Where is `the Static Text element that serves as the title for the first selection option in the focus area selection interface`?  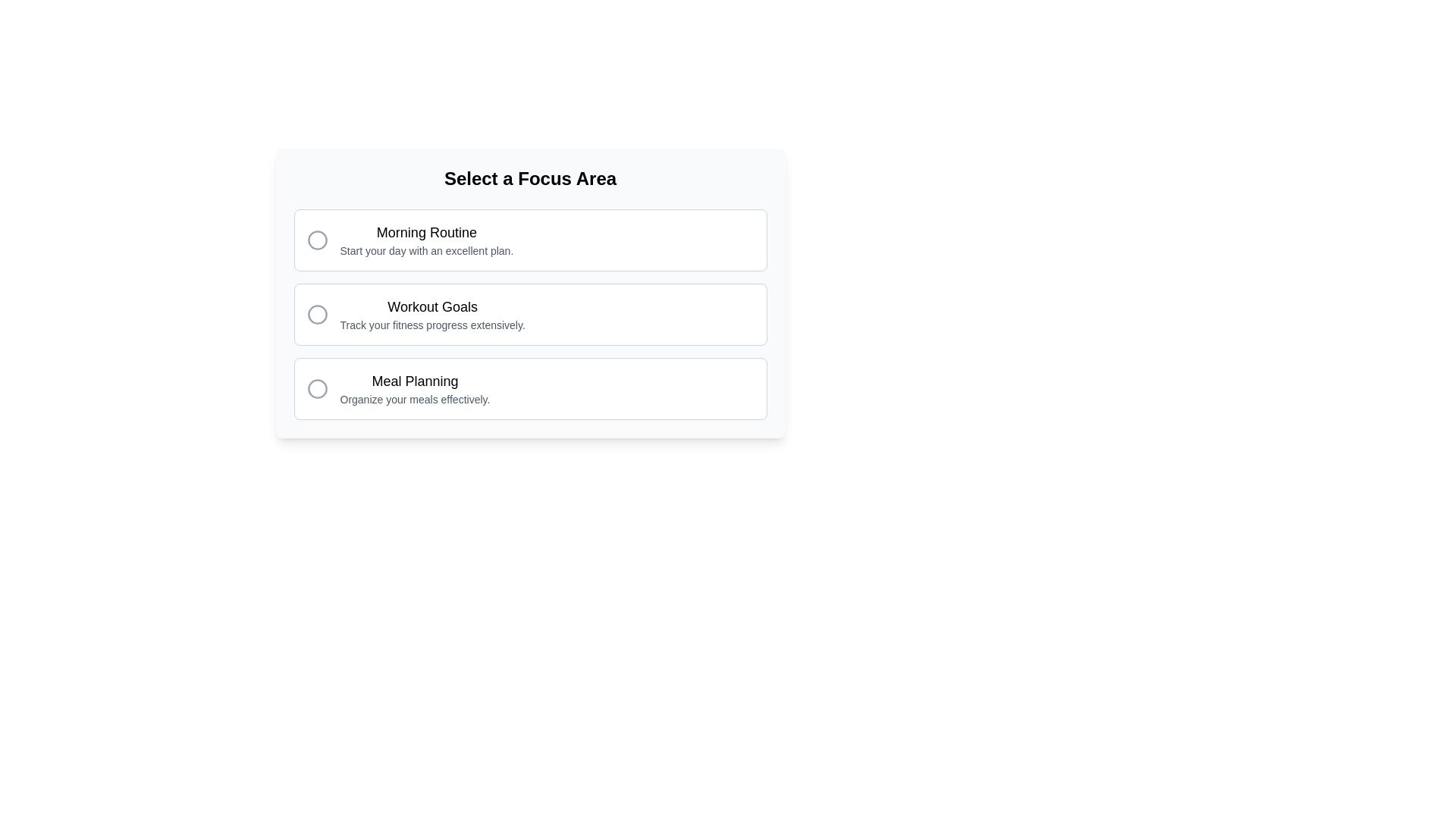 the Static Text element that serves as the title for the first selection option in the focus area selection interface is located at coordinates (425, 233).